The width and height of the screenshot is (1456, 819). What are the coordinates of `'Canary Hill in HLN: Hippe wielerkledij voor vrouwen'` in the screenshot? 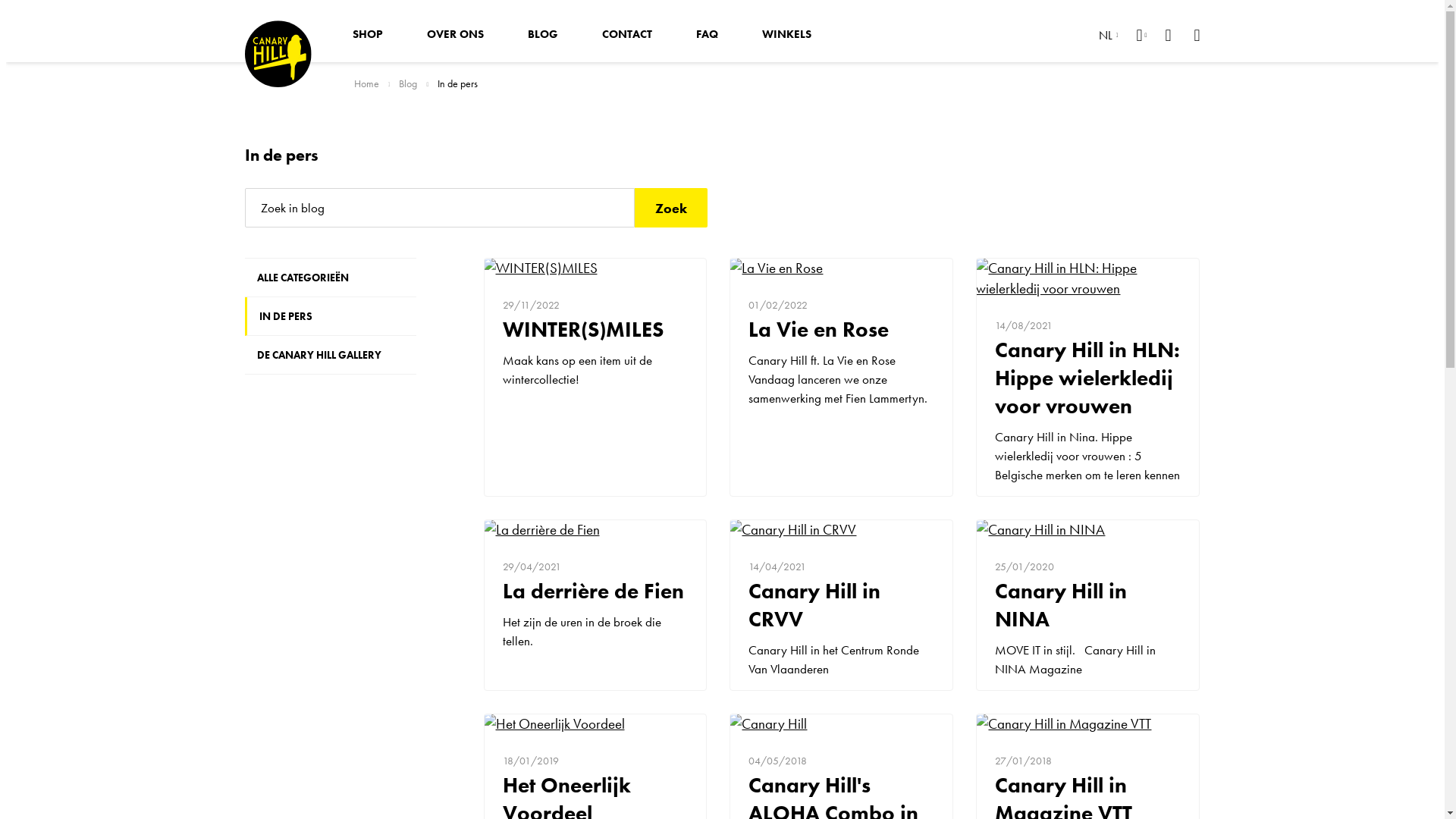 It's located at (1087, 278).